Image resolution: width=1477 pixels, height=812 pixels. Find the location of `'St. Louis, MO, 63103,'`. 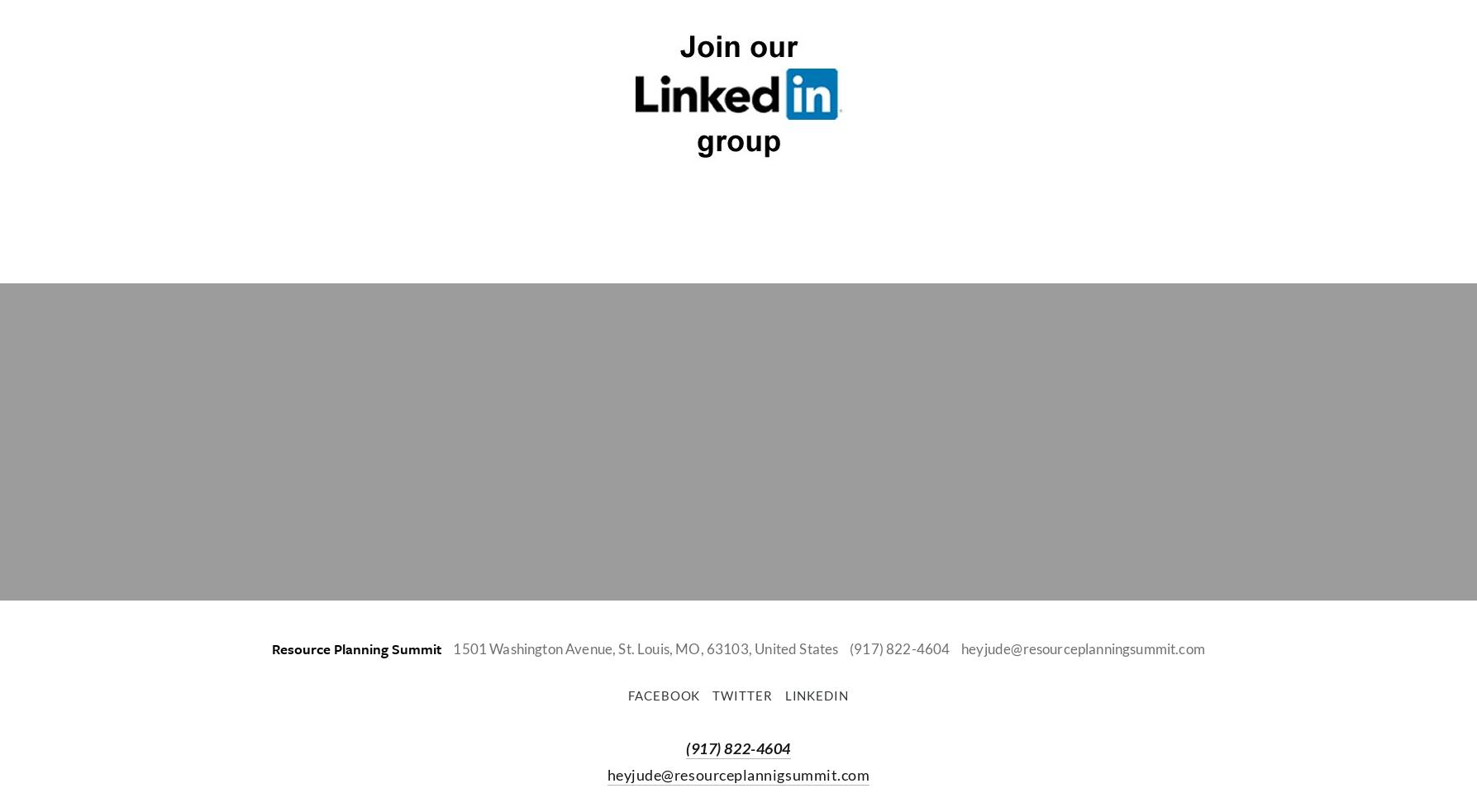

'St. Louis, MO, 63103,' is located at coordinates (684, 648).